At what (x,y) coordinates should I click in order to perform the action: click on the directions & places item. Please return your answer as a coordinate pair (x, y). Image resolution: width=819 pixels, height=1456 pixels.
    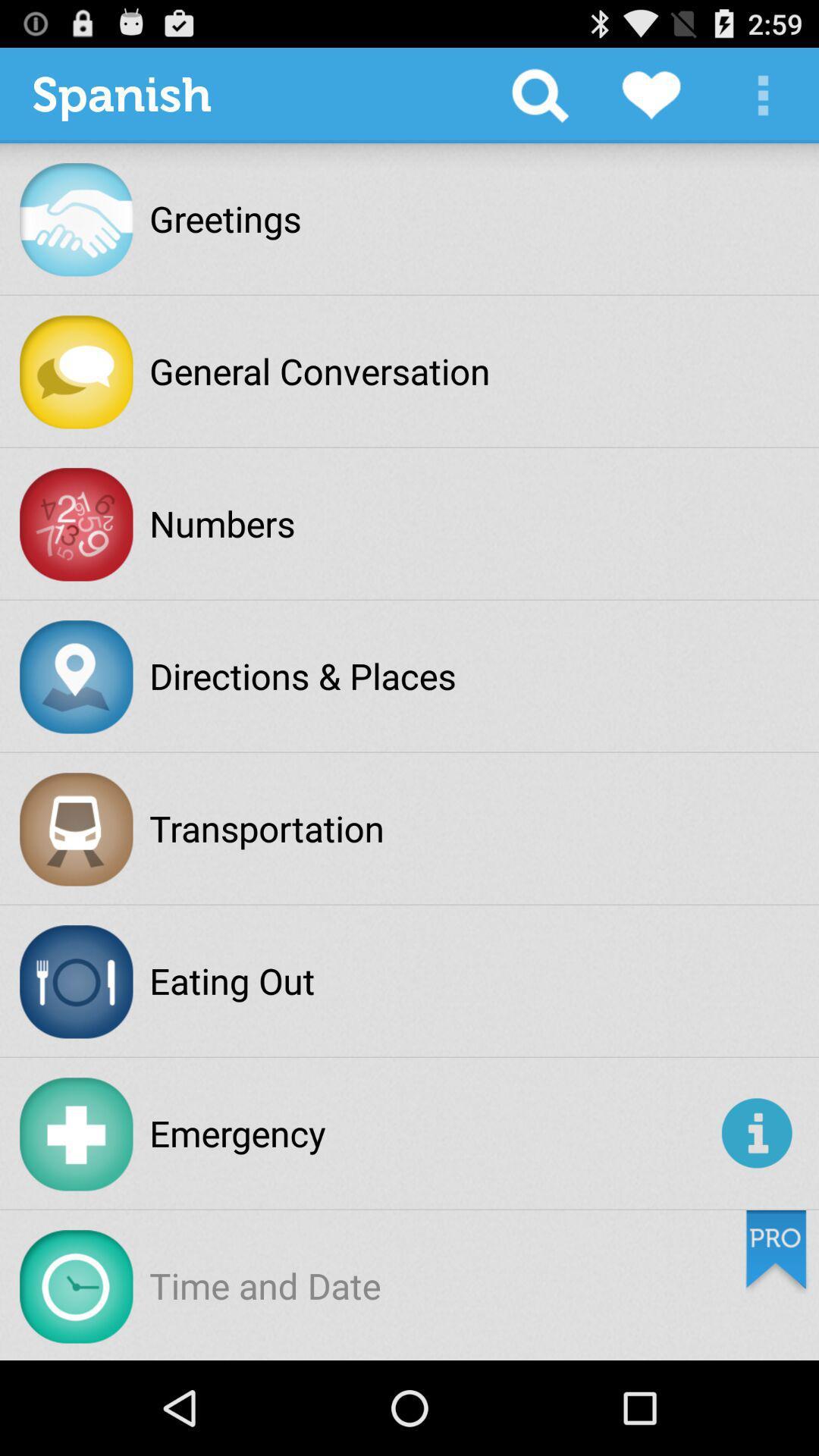
    Looking at the image, I should click on (303, 675).